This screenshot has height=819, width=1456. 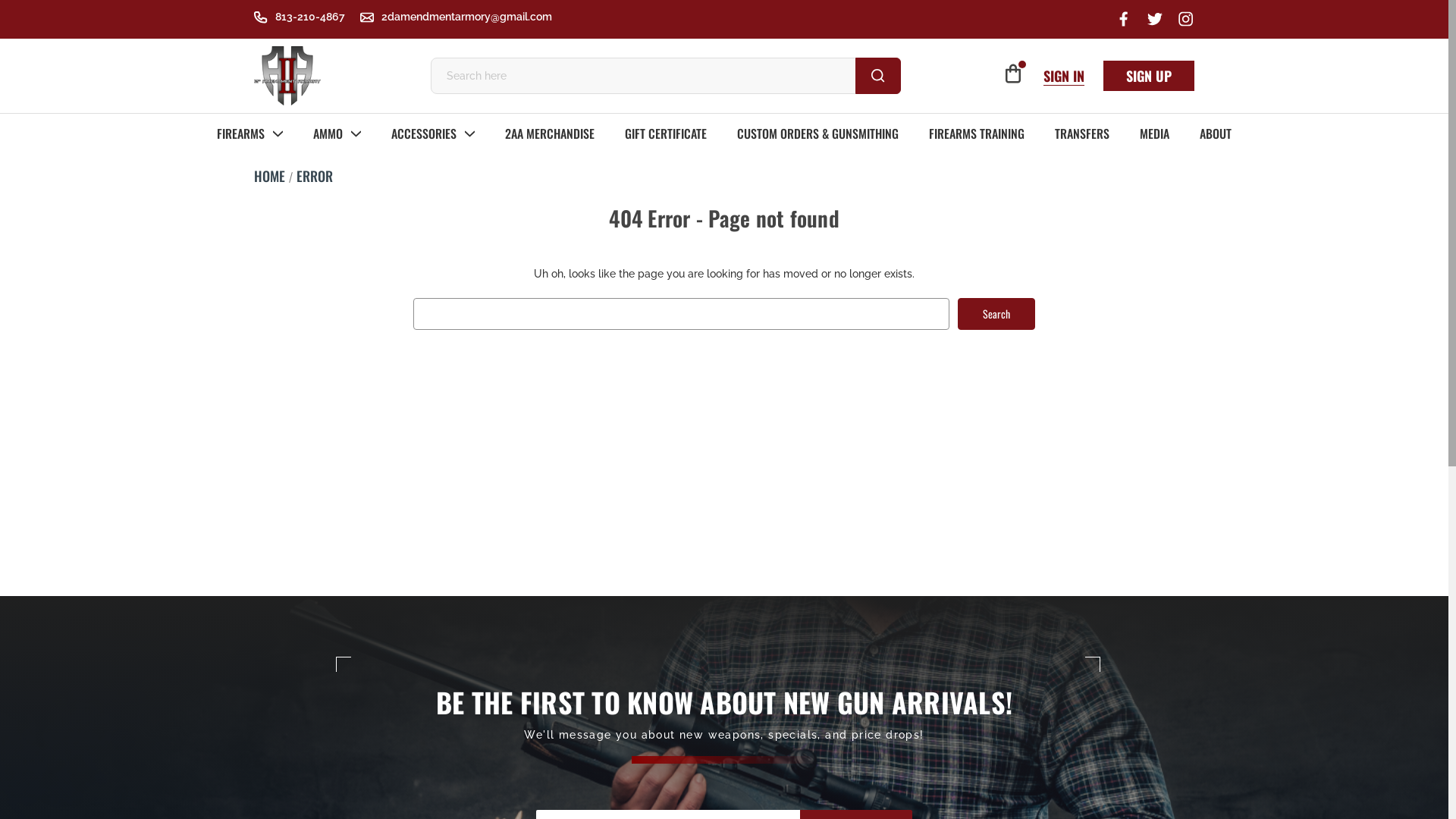 I want to click on '2nd Amendment Armory', so click(x=287, y=76).